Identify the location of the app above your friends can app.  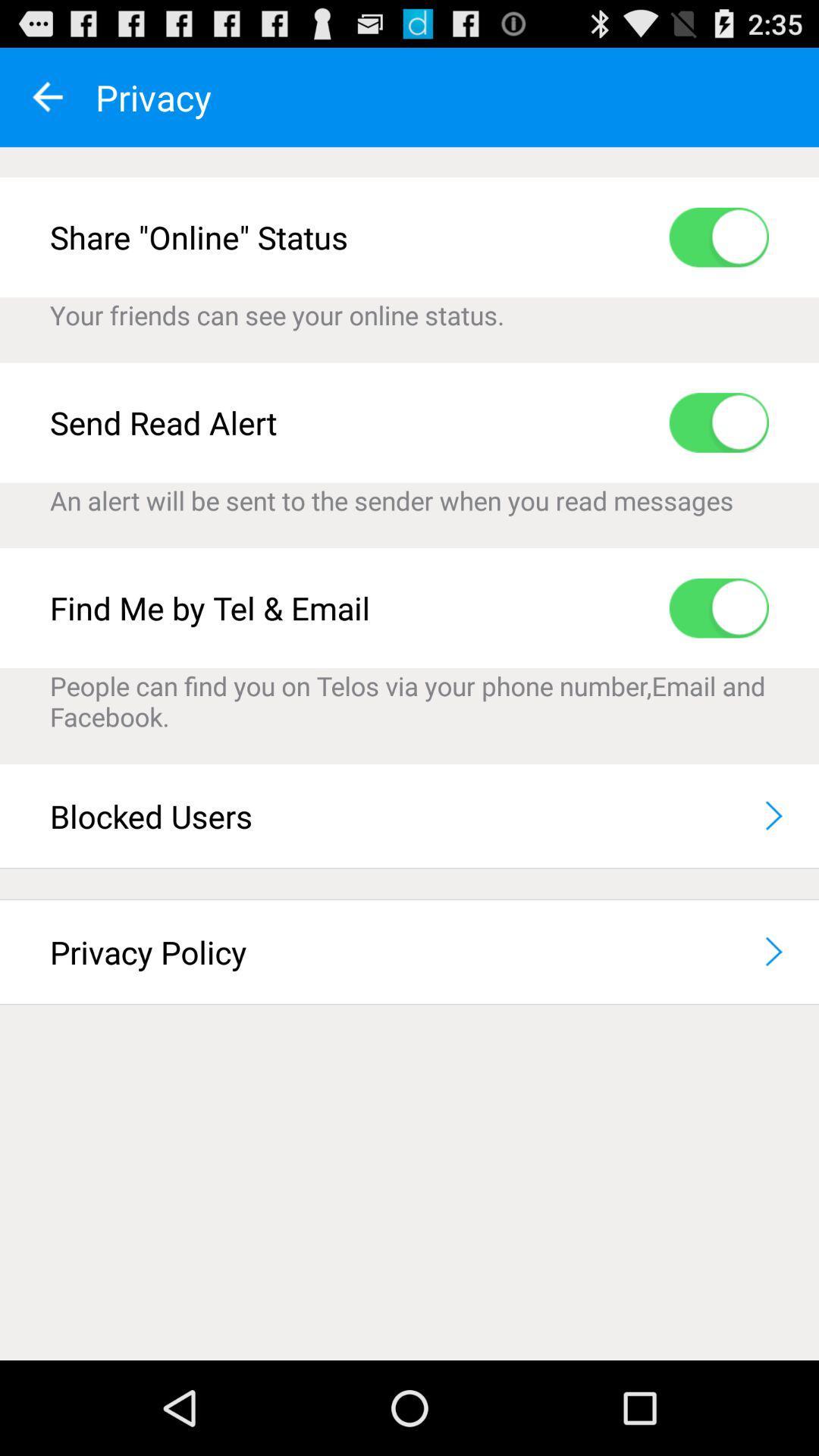
(718, 237).